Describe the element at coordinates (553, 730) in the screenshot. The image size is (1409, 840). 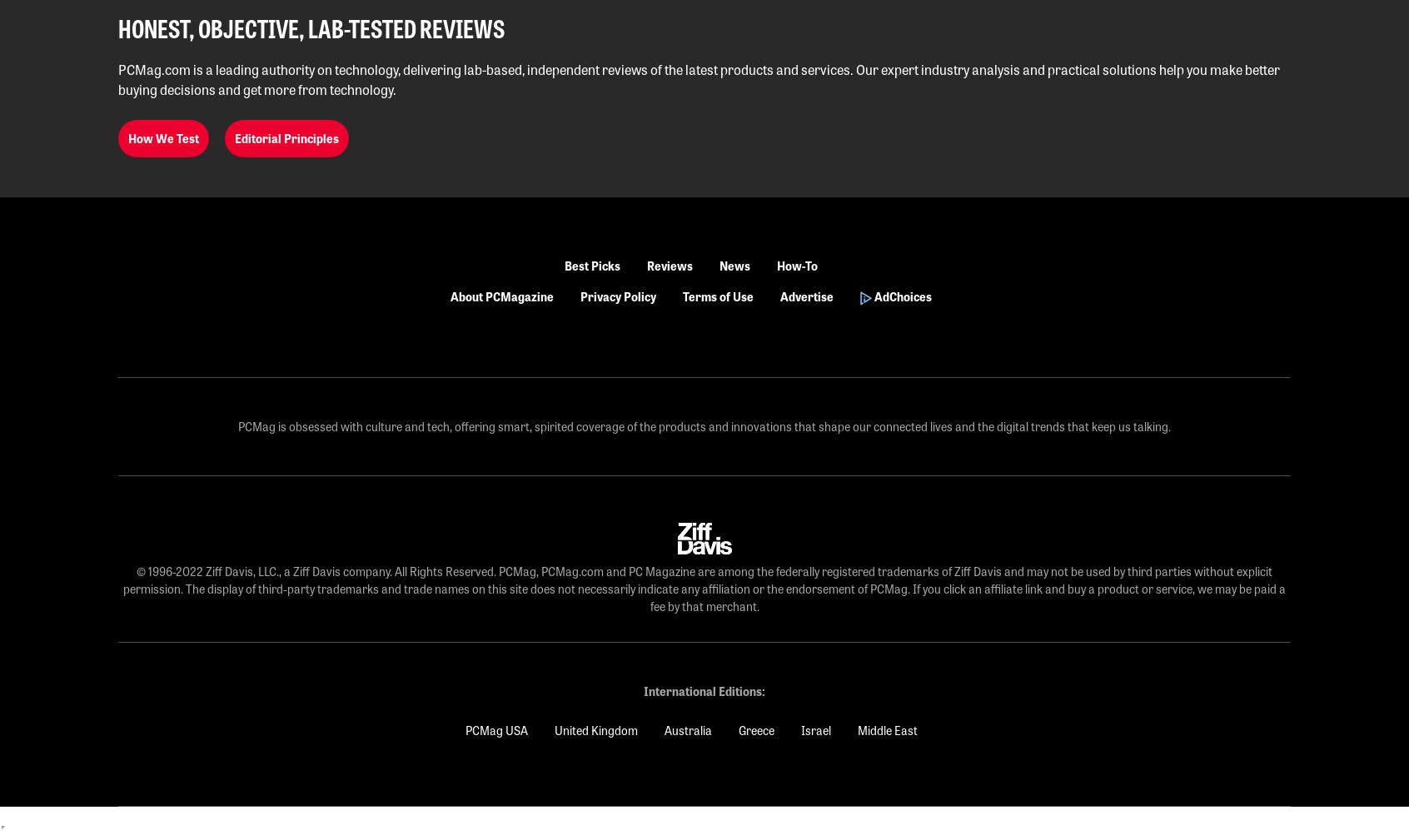
I see `'United Kingdom'` at that location.